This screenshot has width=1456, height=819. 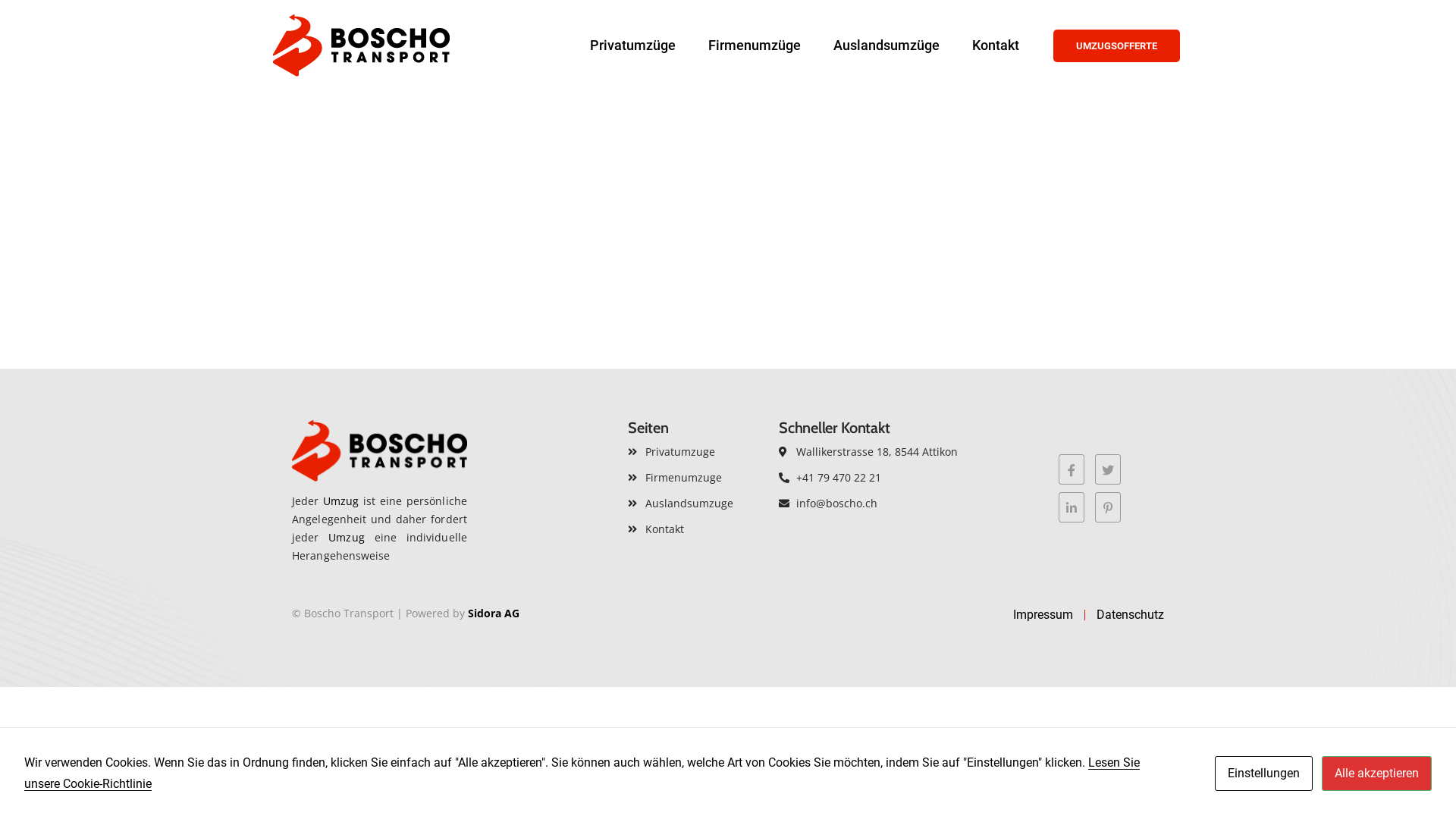 I want to click on 'drejt-logo-full-color-rgb-415px@72ppi - Boscho Transport', so click(x=379, y=450).